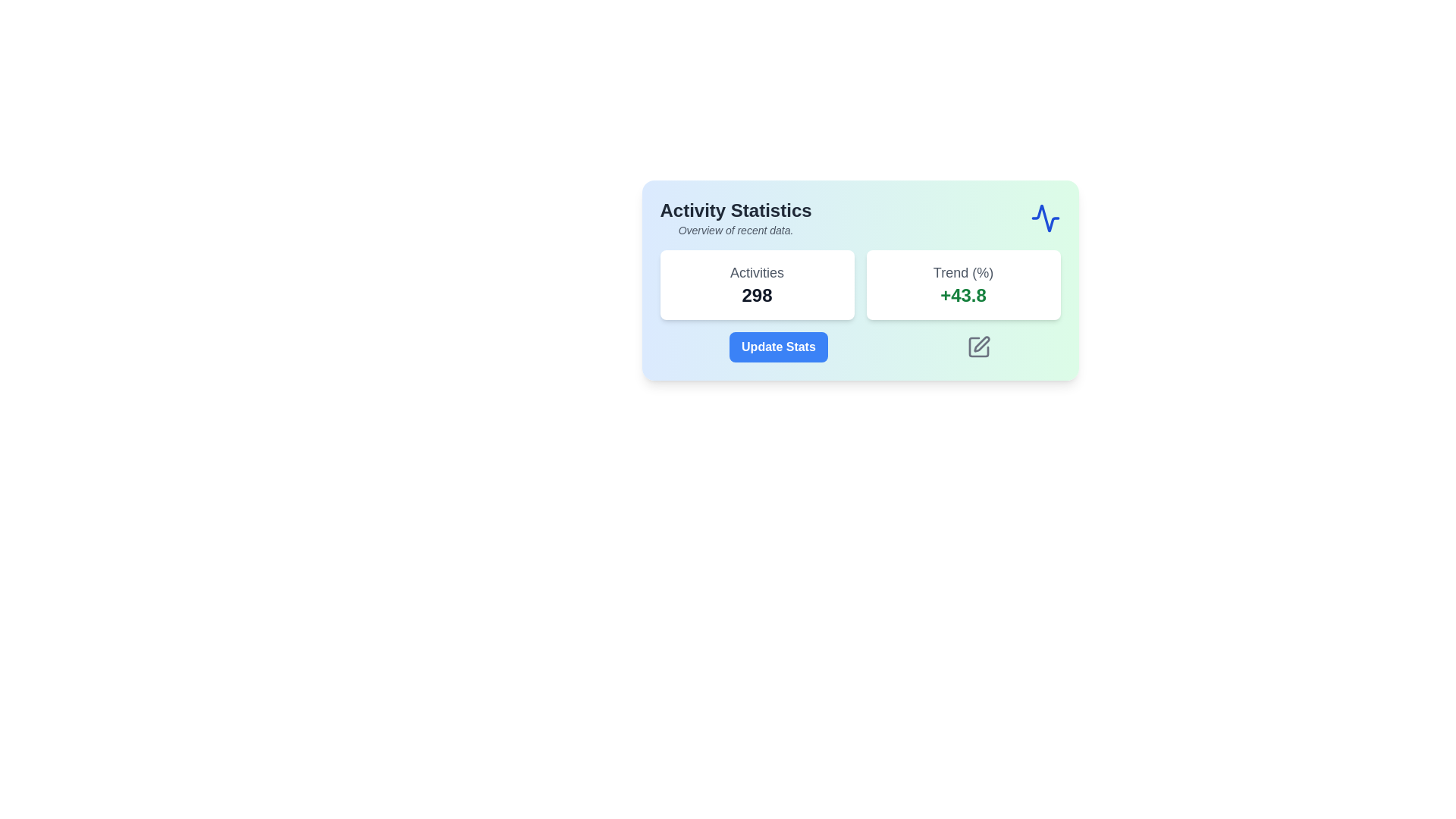 The image size is (1456, 819). I want to click on the Text label that indicates activities, positioned at the top center of a white, rounded-corner box above the numeric value '298', so click(757, 271).